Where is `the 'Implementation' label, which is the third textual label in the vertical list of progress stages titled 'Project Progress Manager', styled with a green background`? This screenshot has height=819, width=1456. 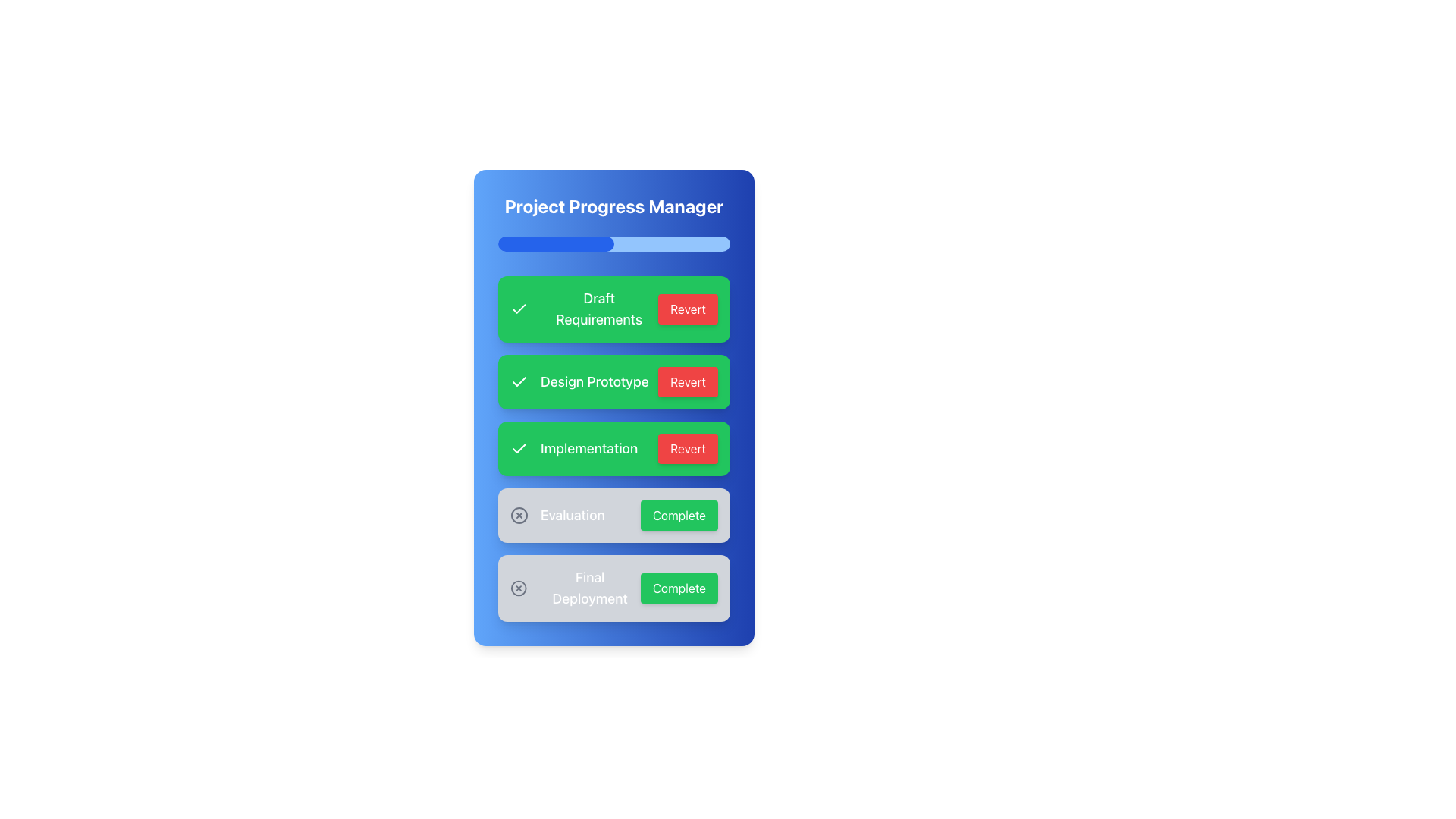
the 'Implementation' label, which is the third textual label in the vertical list of progress stages titled 'Project Progress Manager', styled with a green background is located at coordinates (588, 447).